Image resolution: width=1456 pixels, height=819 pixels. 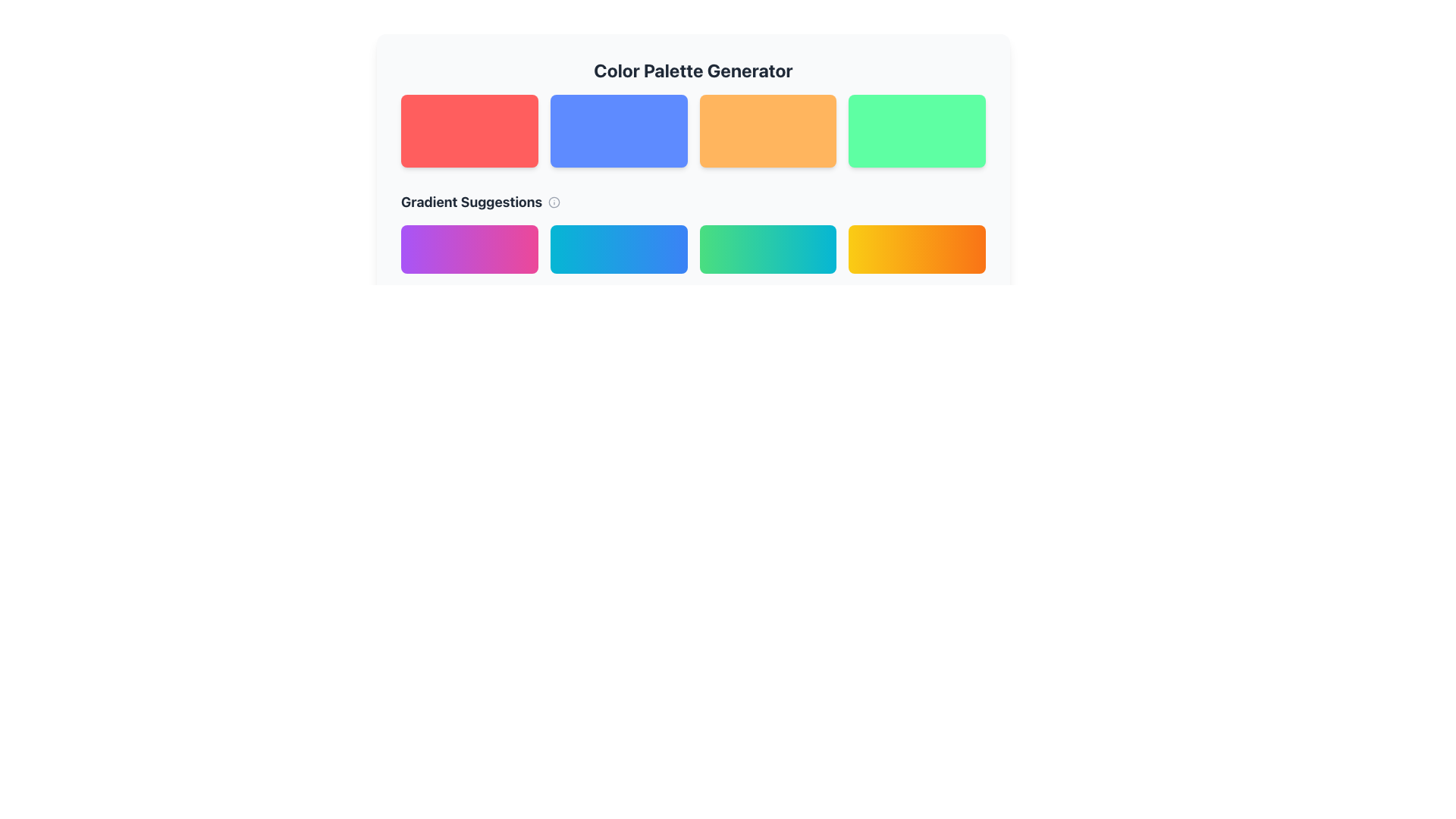 I want to click on the help icon located to the right of the text 'Gradient Suggestions' to provide additional information or help, so click(x=553, y=201).